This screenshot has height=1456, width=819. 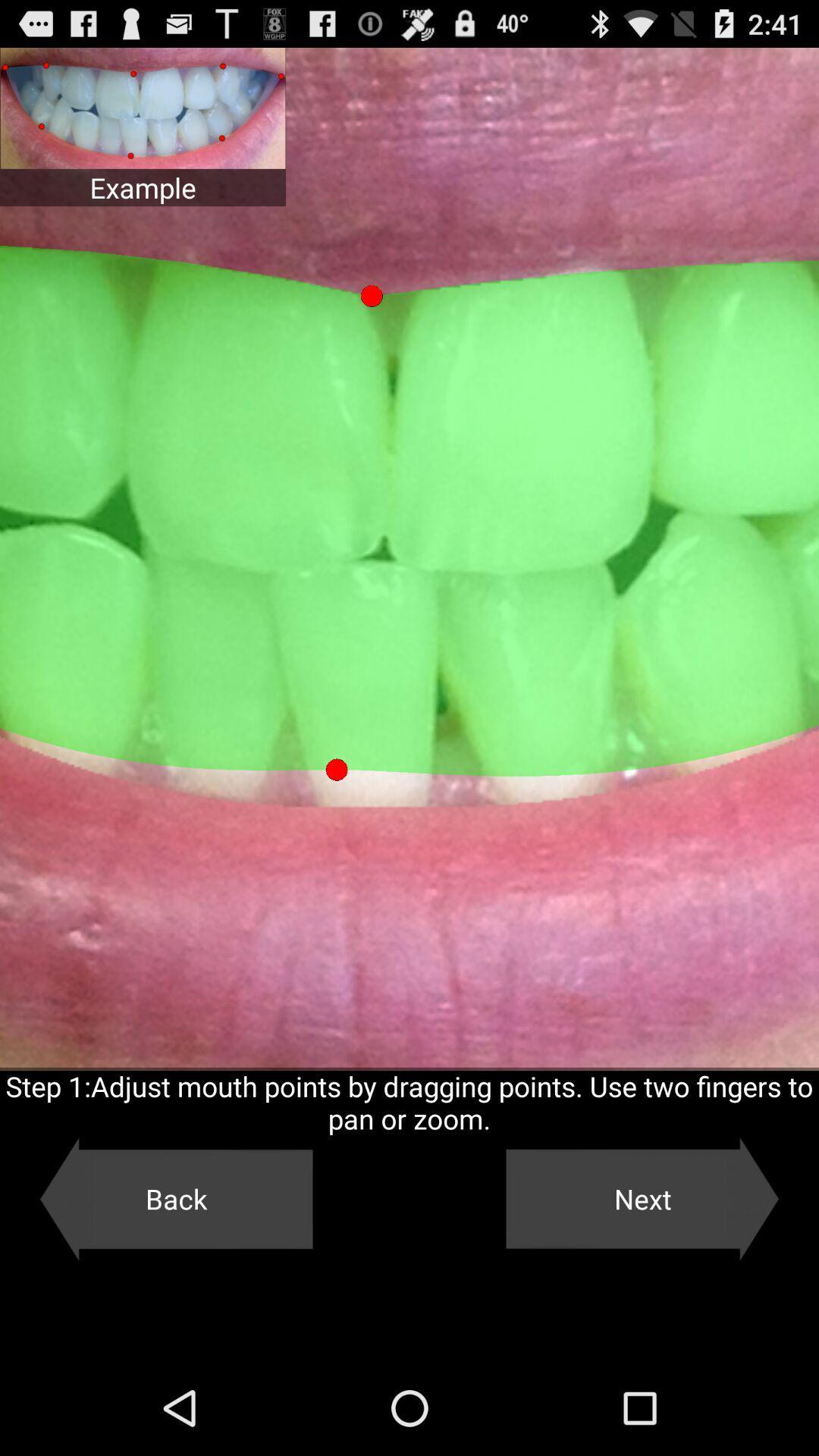 I want to click on item next to next item, so click(x=175, y=1198).